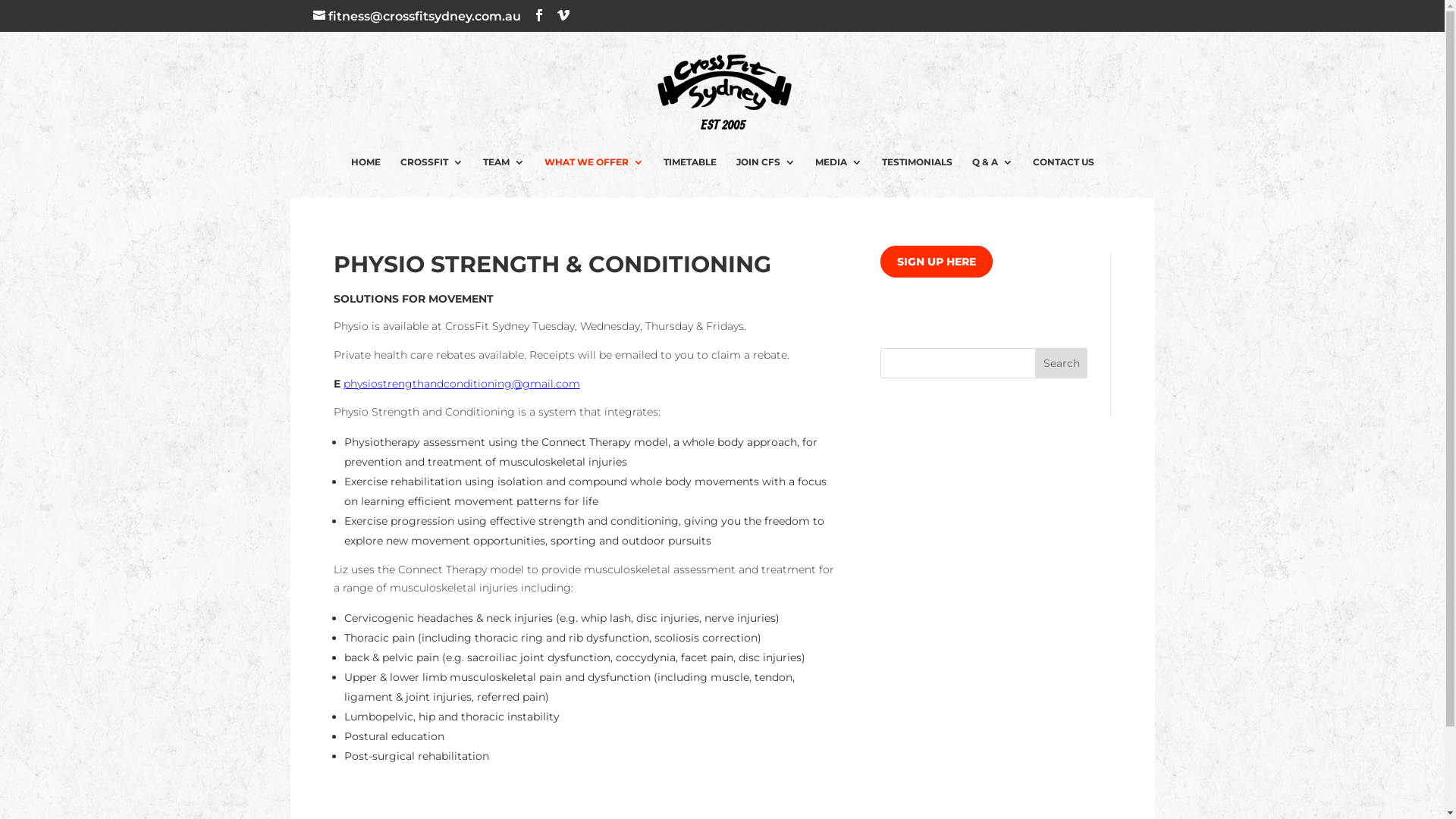 The image size is (1456, 819). What do you see at coordinates (349, 166) in the screenshot?
I see `'HOME'` at bounding box center [349, 166].